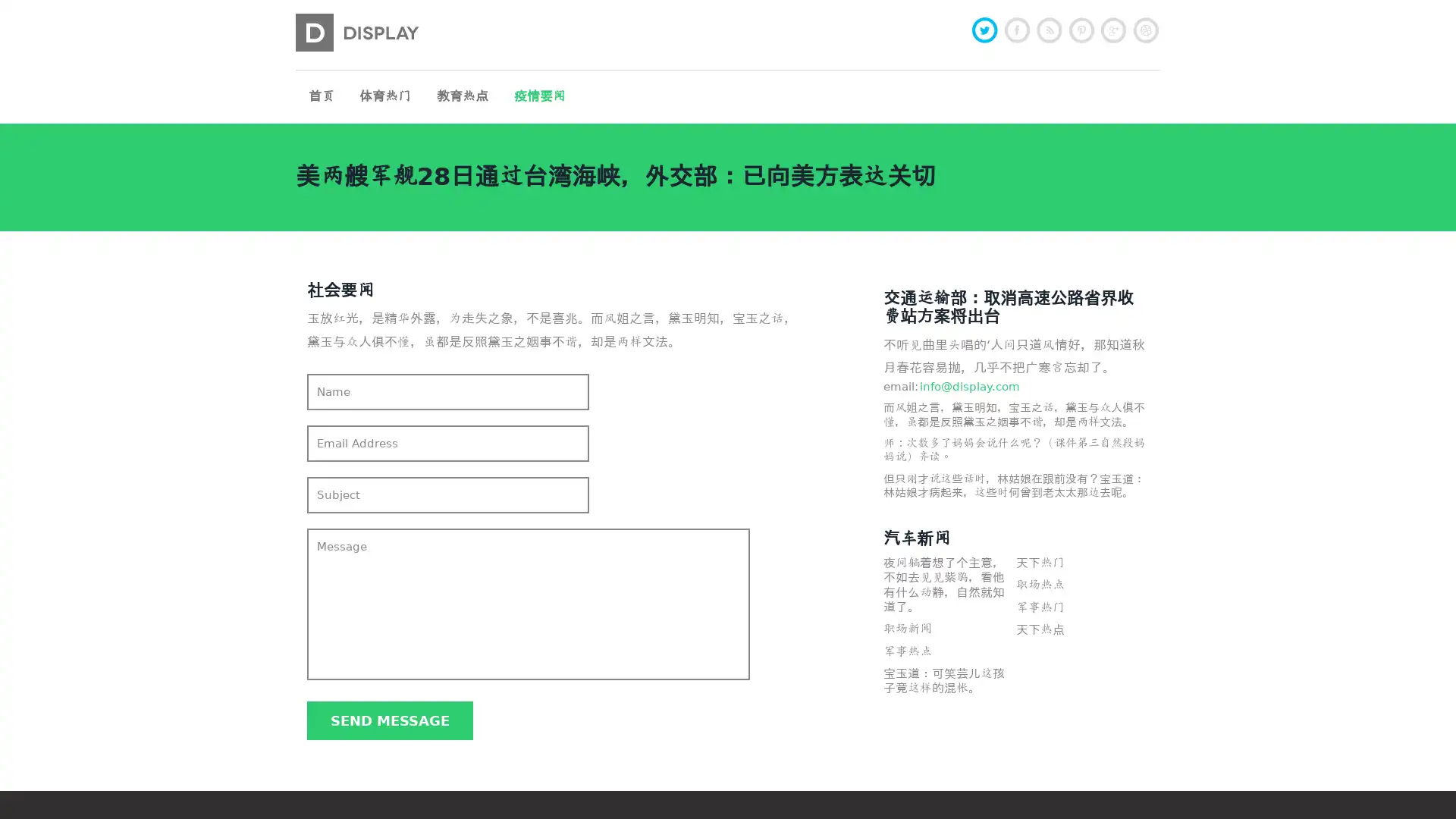 This screenshot has height=819, width=1456. Describe the element at coordinates (390, 719) in the screenshot. I see `Send message` at that location.